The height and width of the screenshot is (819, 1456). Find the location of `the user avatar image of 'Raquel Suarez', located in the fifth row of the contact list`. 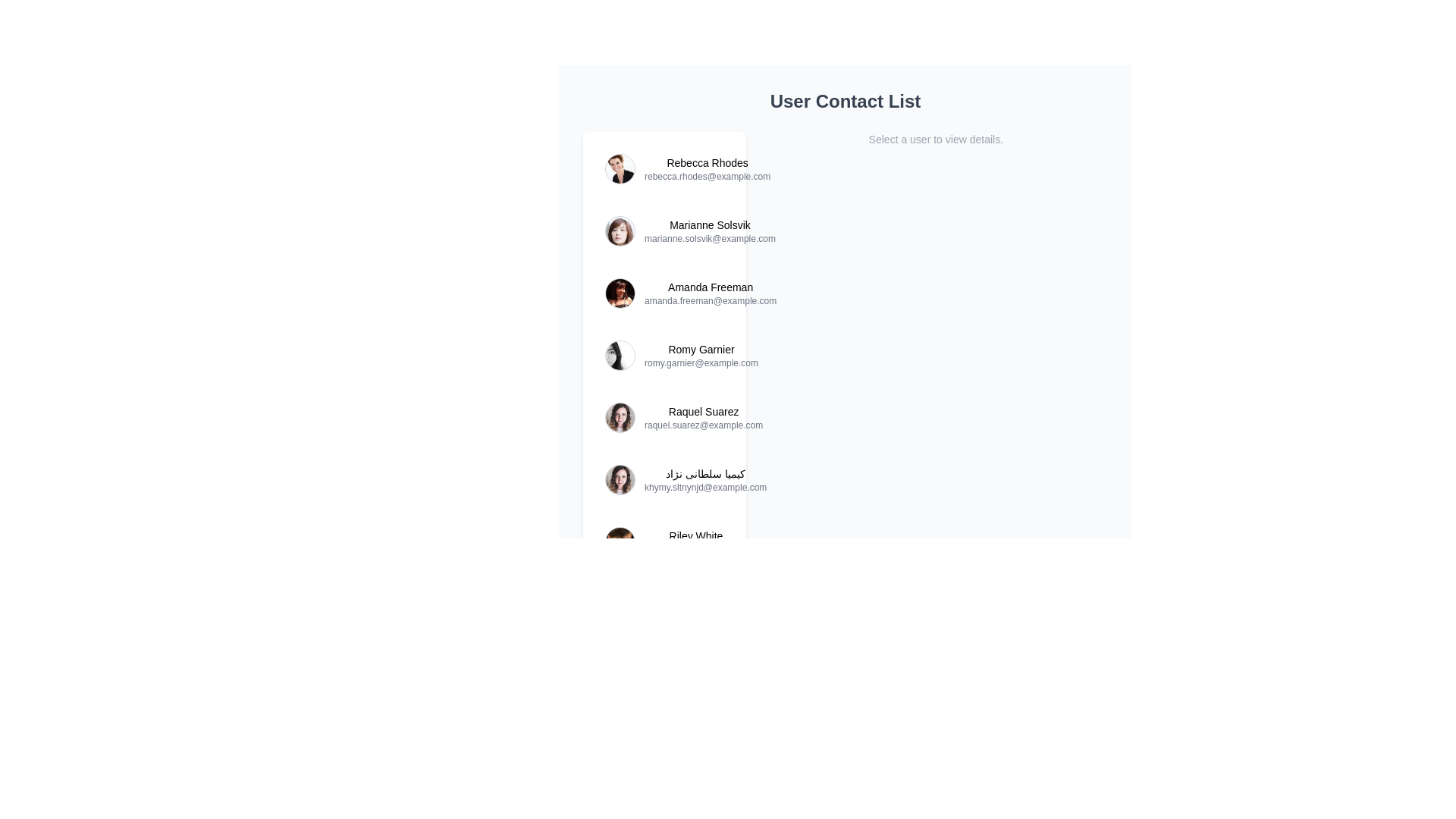

the user avatar image of 'Raquel Suarez', located in the fifth row of the contact list is located at coordinates (620, 418).